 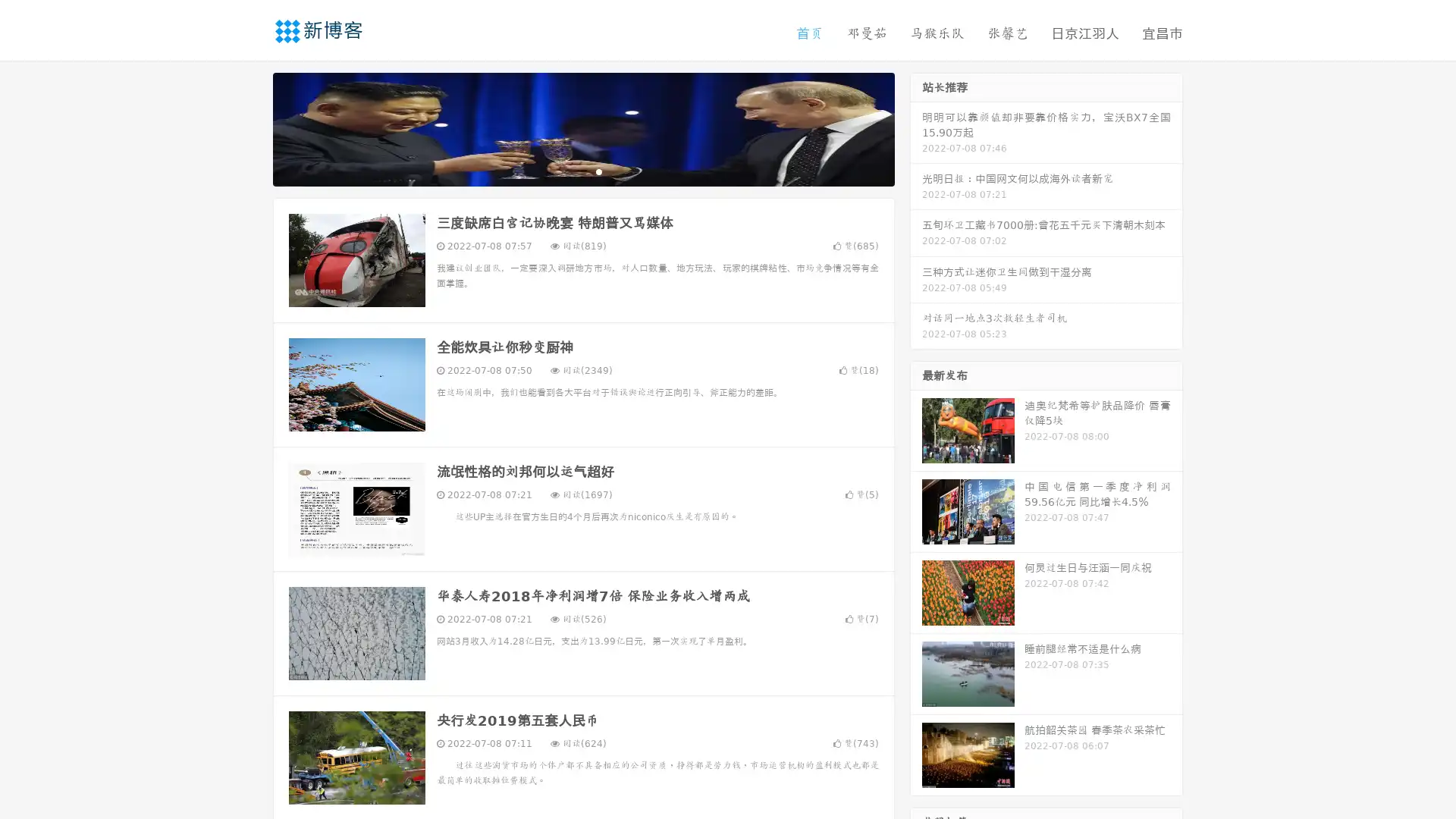 I want to click on Go to slide 1, so click(x=567, y=171).